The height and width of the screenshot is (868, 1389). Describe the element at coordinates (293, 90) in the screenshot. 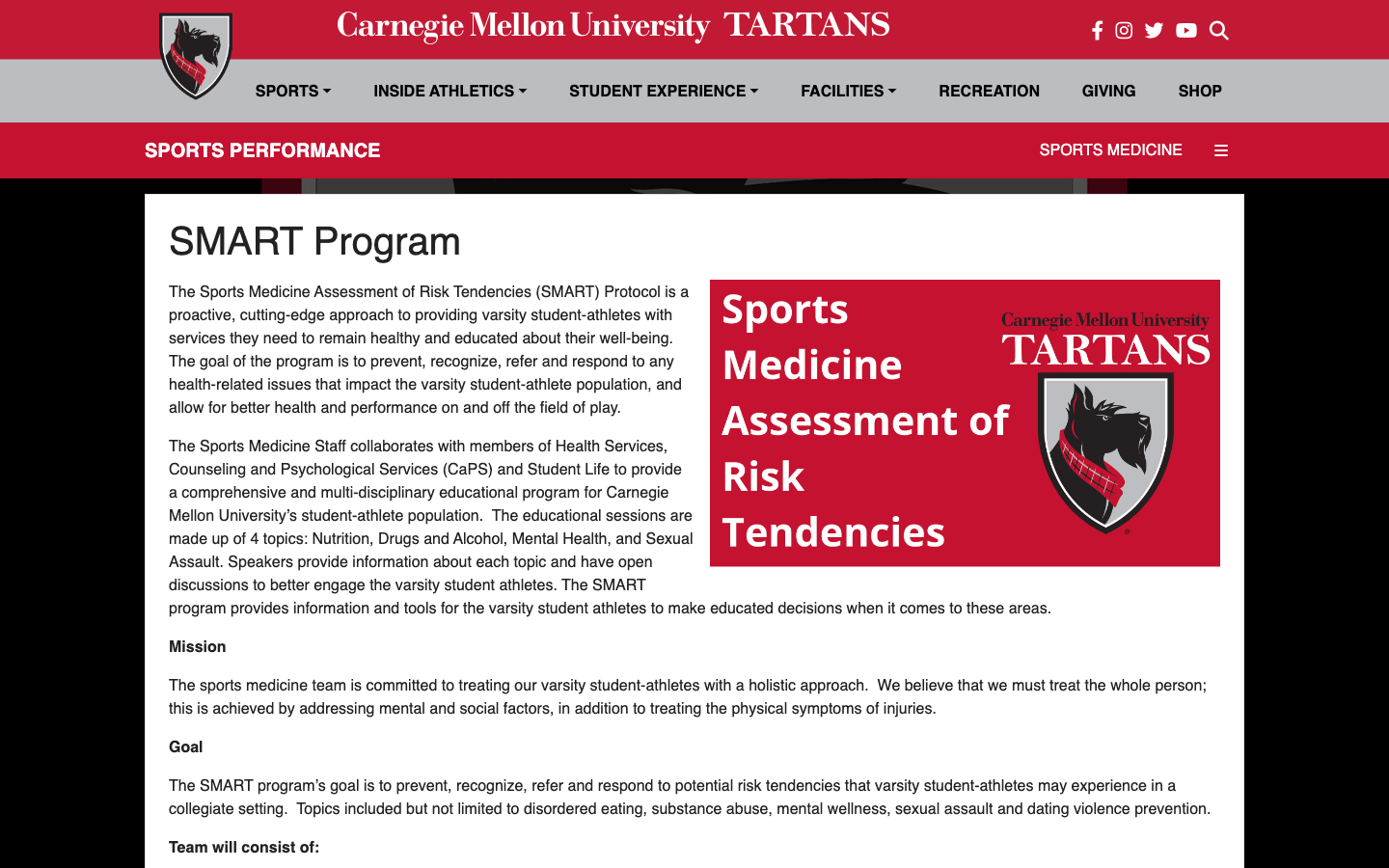

I see `Sports Selection Menu` at that location.